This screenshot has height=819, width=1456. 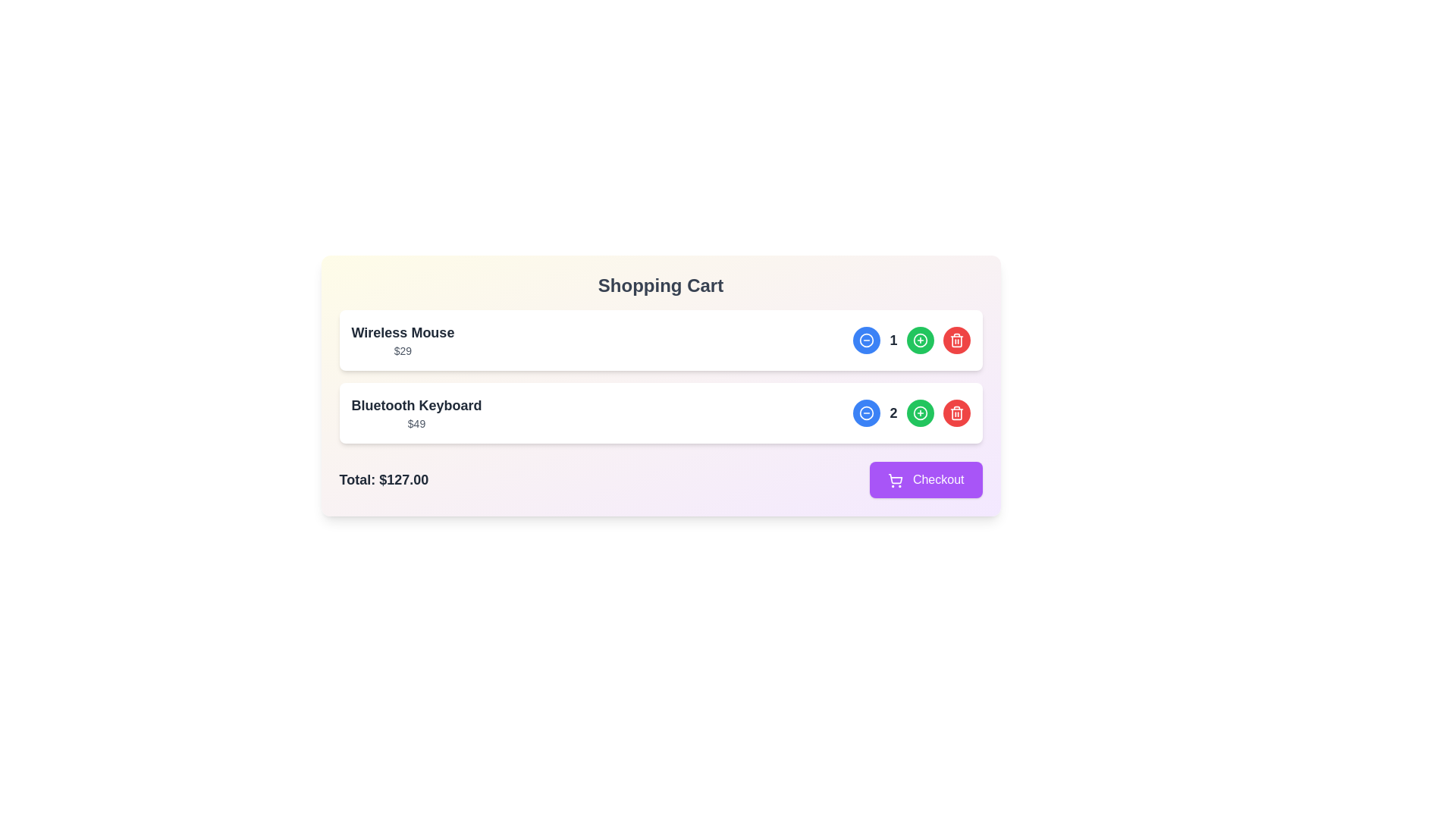 I want to click on the decrement button for the 'Bluetooth Keyboard' located to the left of the increment button, so click(x=867, y=413).